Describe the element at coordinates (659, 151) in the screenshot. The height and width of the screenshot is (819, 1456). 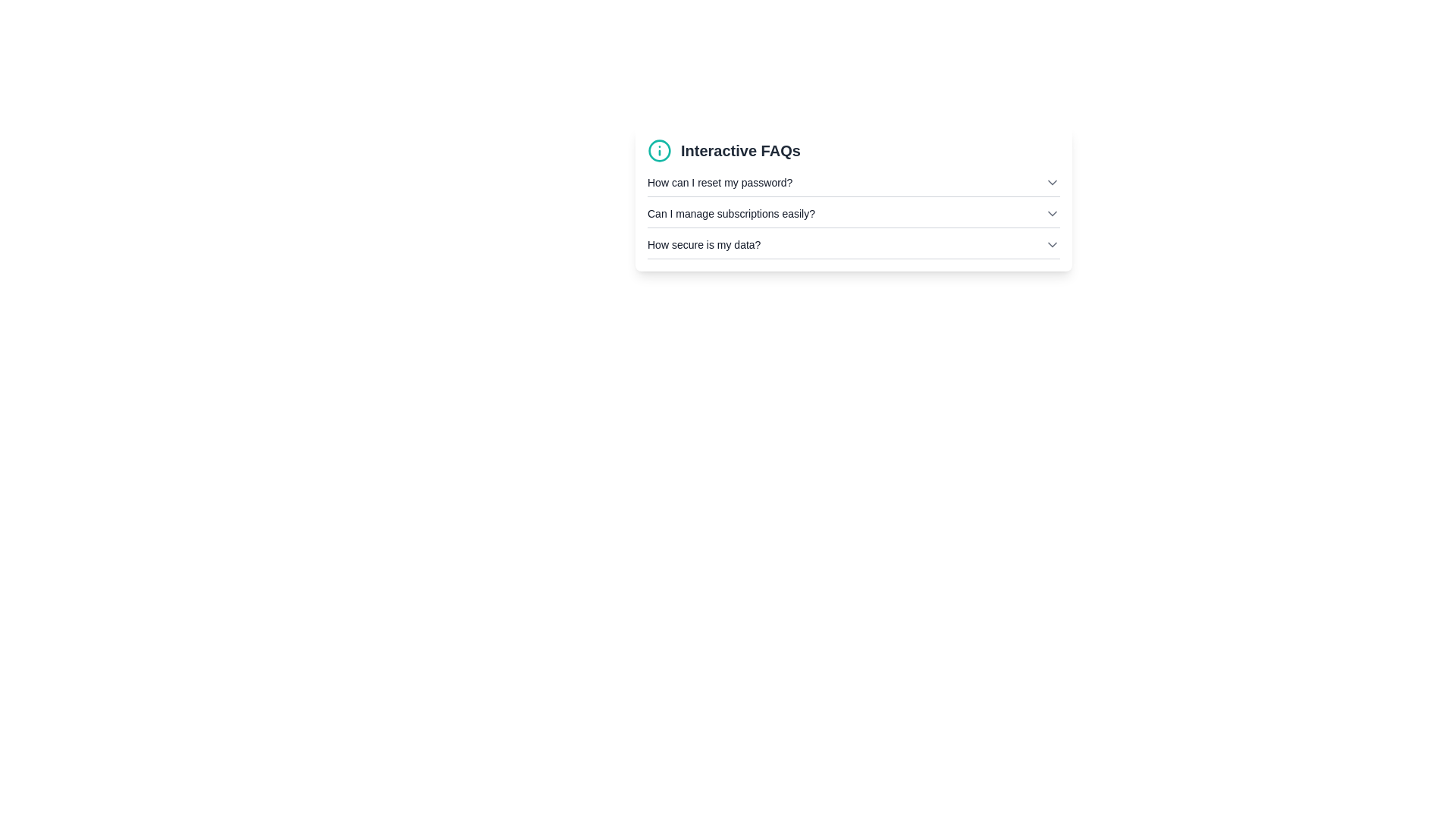
I see `the teal circular icon containing an 'i' symbol, located to the left of the 'Interactive FAQs' text at the top of the card, to trigger tooltip or highlight effects` at that location.